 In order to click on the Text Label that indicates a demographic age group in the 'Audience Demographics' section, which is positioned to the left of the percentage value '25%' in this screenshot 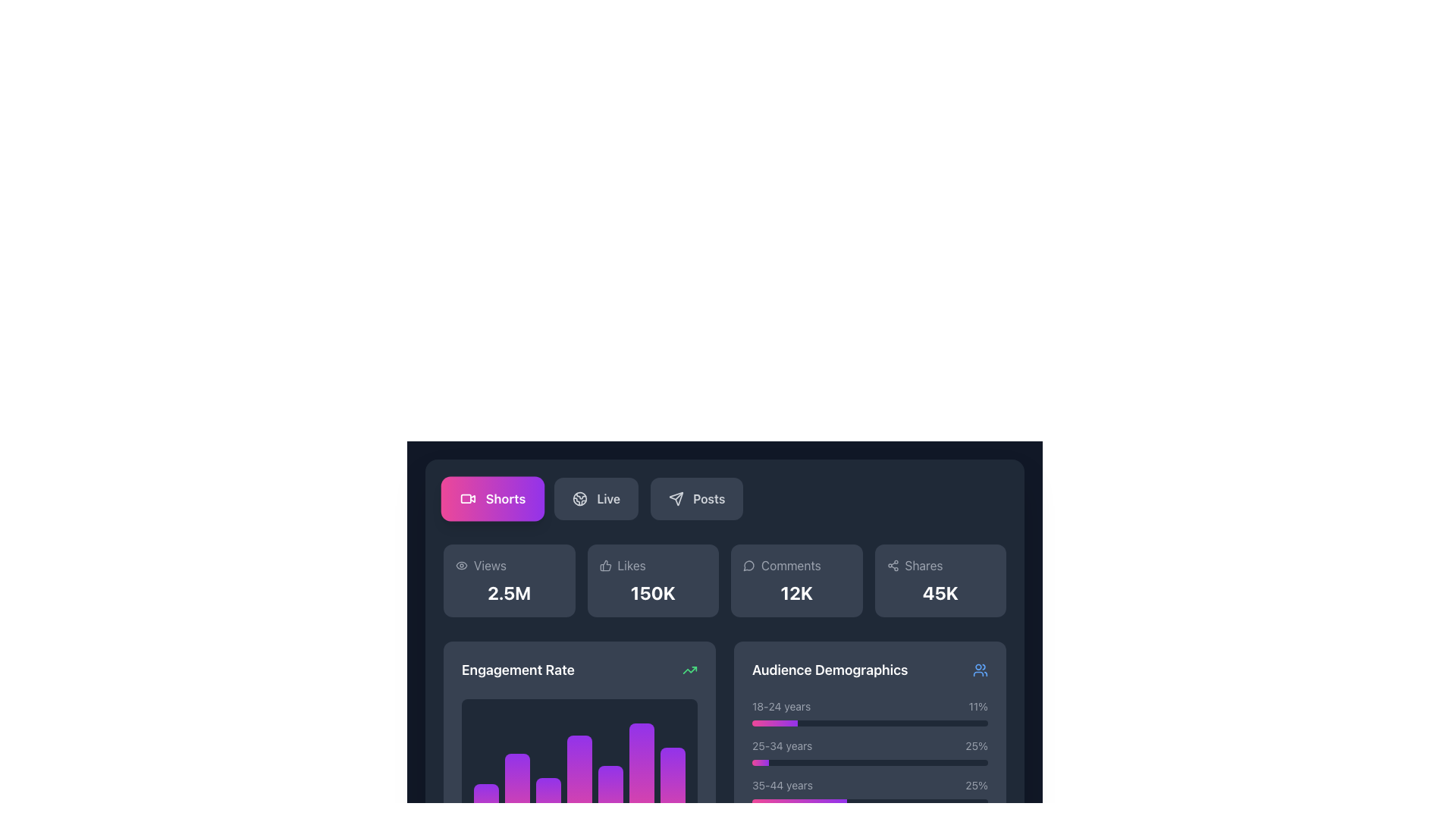, I will do `click(782, 745)`.